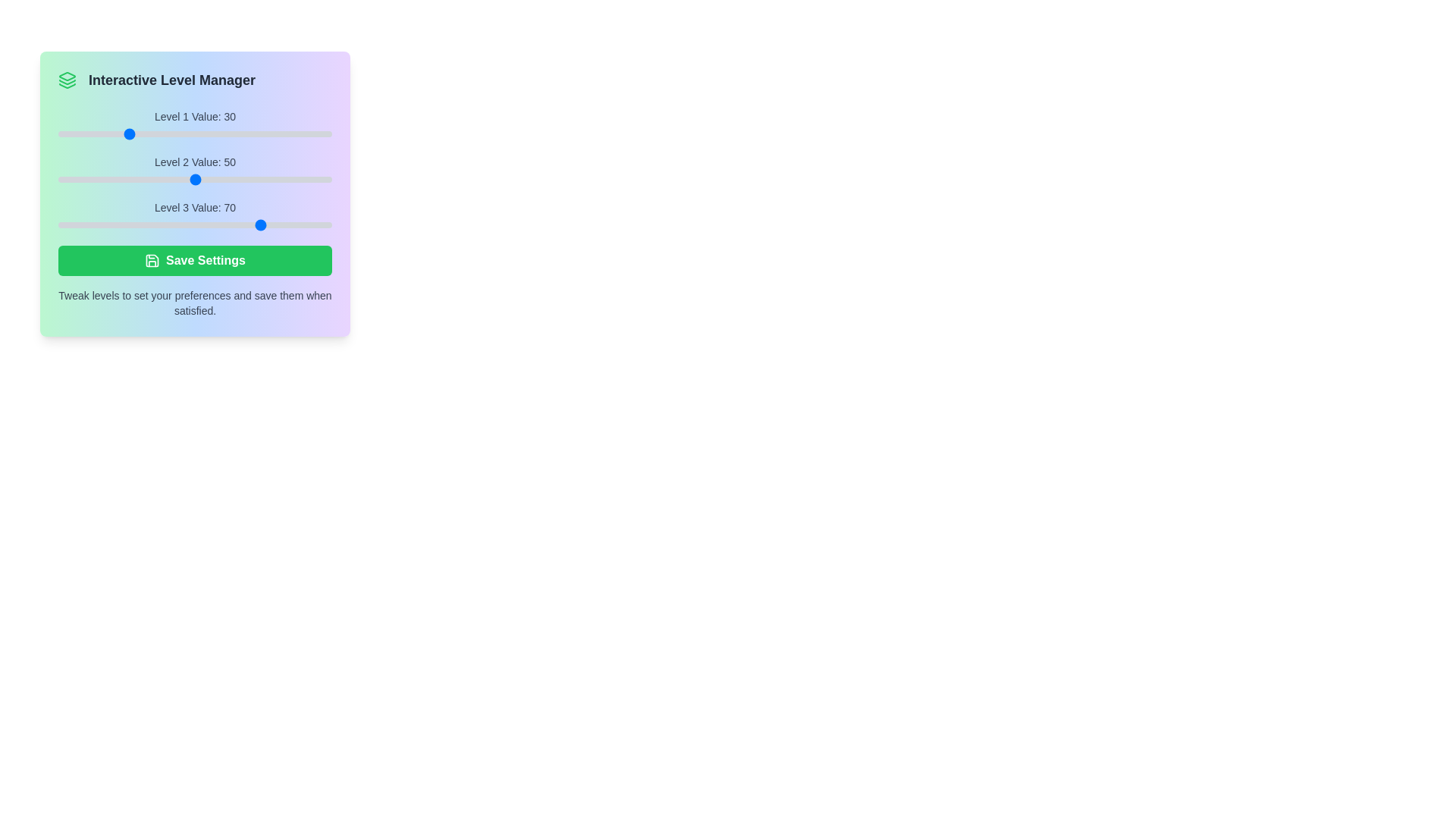  Describe the element at coordinates (194, 116) in the screenshot. I see `the Text label that displays the current value for Level 1, which is positioned above the corresponding slider bar for Level 1 adjustment` at that location.